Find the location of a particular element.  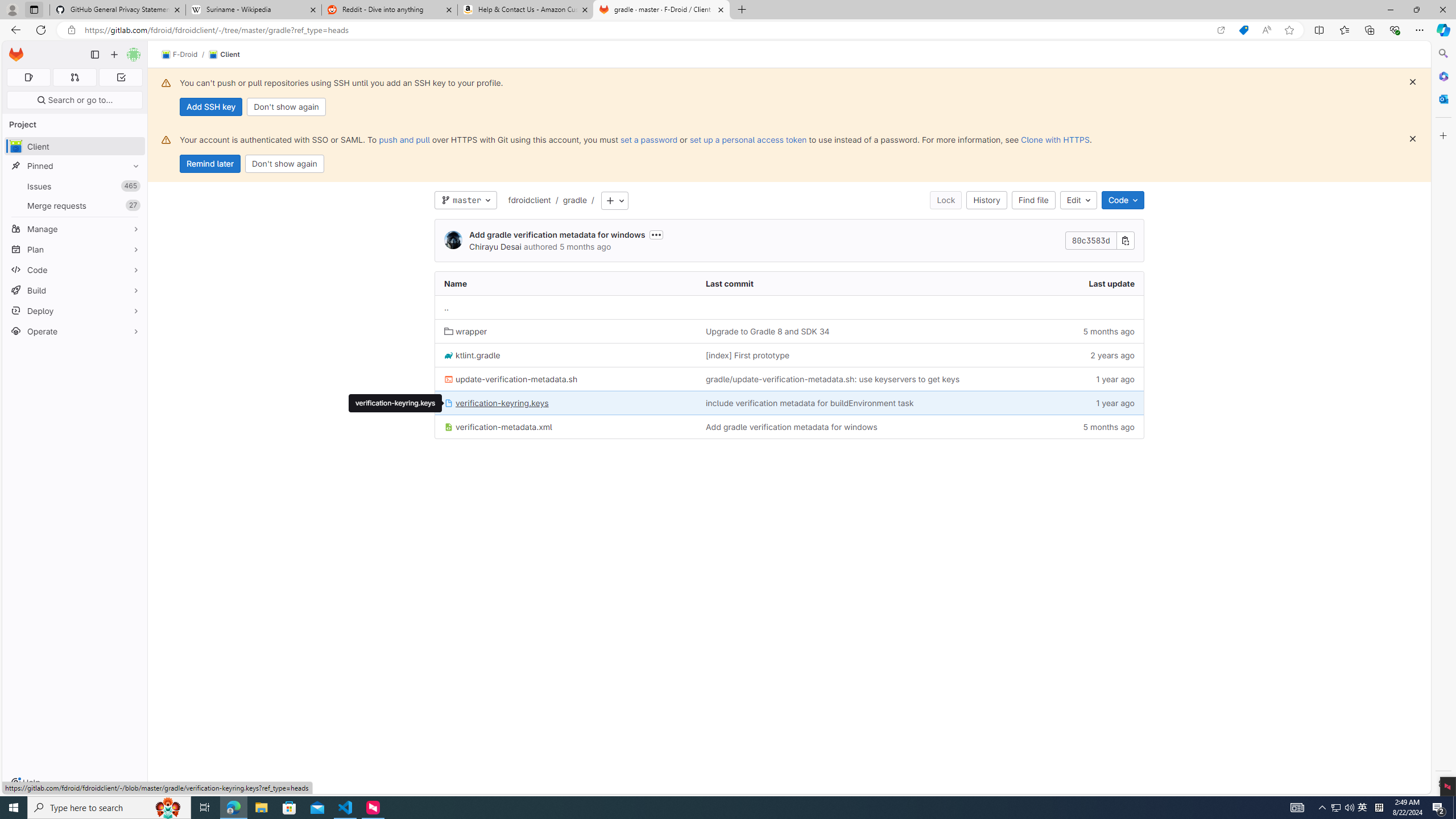

'Add to tree' is located at coordinates (614, 200).